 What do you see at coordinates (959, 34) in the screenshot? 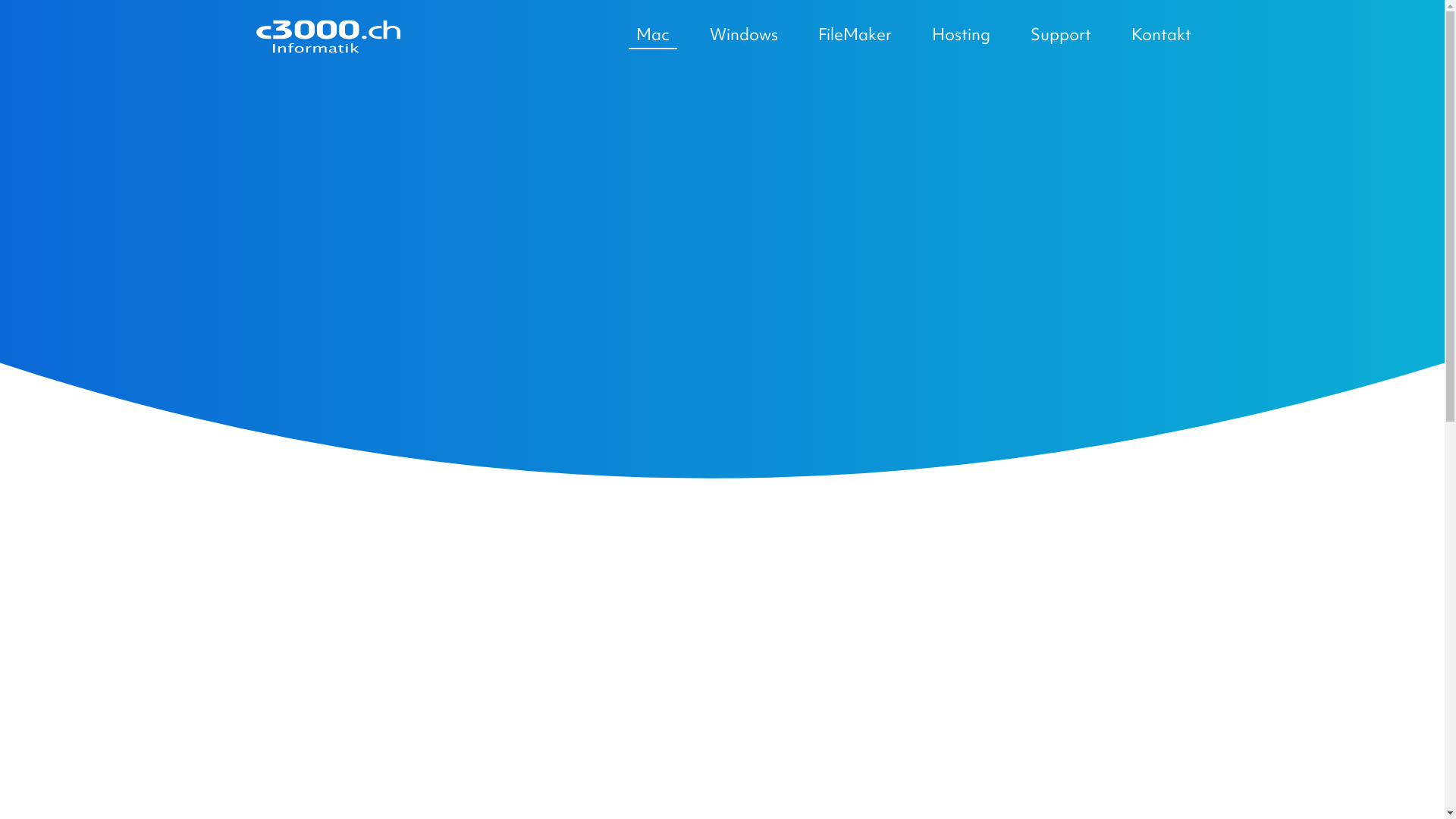
I see `'Hosting'` at bounding box center [959, 34].